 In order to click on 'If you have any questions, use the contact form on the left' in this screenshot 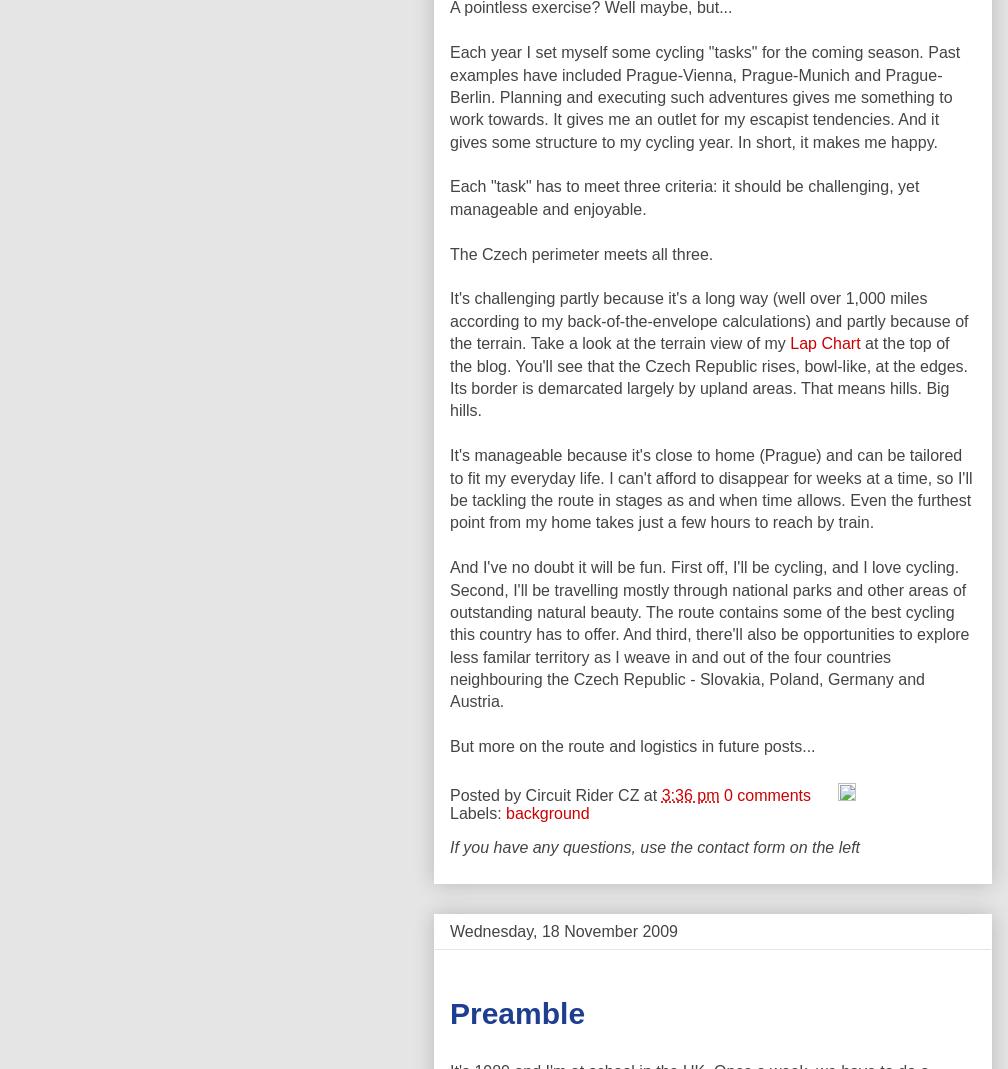, I will do `click(654, 846)`.